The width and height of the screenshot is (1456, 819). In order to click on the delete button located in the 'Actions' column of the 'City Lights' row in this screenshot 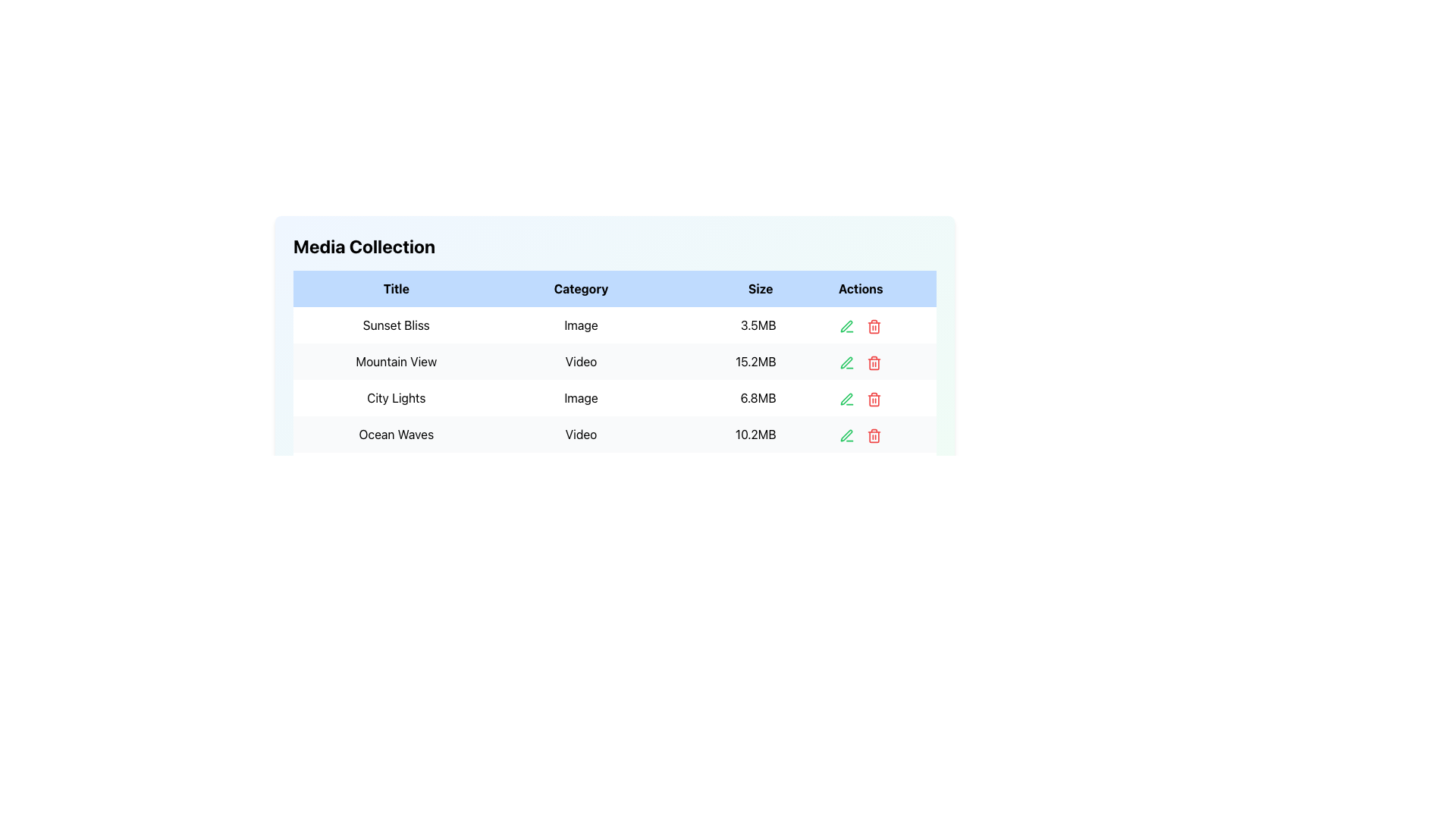, I will do `click(874, 397)`.